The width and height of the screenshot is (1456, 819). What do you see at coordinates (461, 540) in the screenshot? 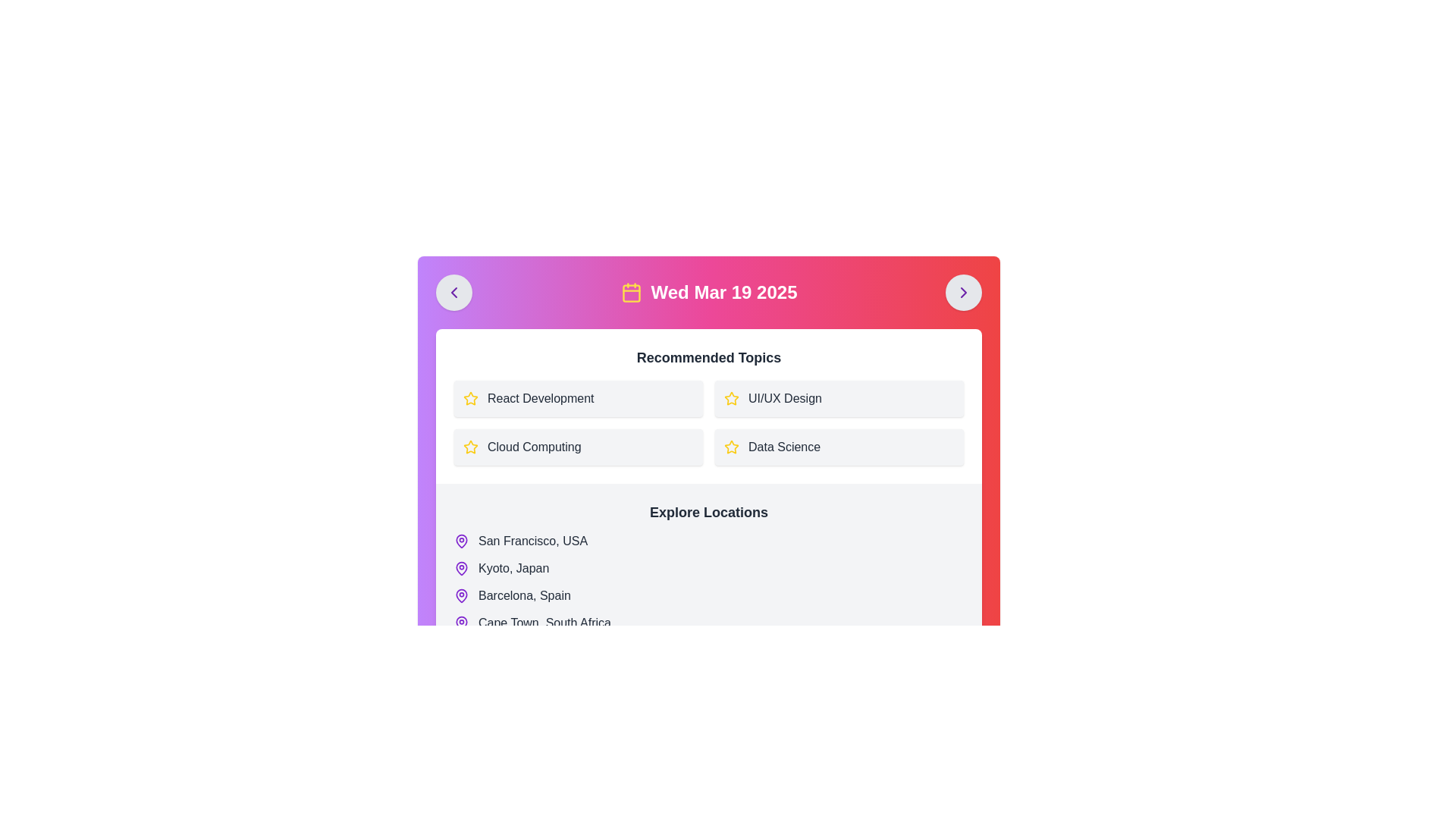
I see `the larger pin shape of the map pin icon located in the lower part of the layout, adjacent to the 'San Francisco, USA' label` at bounding box center [461, 540].